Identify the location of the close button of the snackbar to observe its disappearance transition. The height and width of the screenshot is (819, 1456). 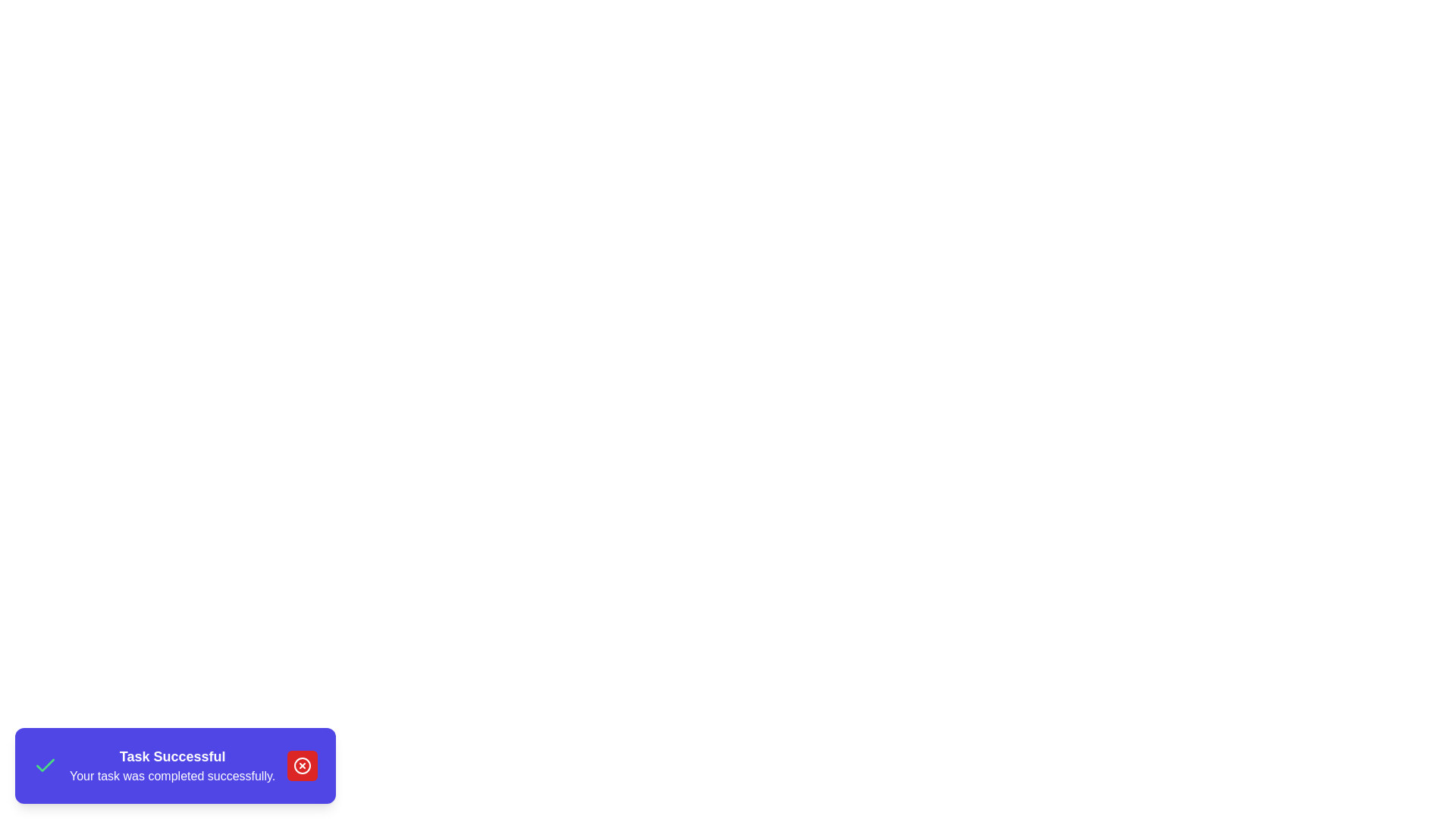
(302, 766).